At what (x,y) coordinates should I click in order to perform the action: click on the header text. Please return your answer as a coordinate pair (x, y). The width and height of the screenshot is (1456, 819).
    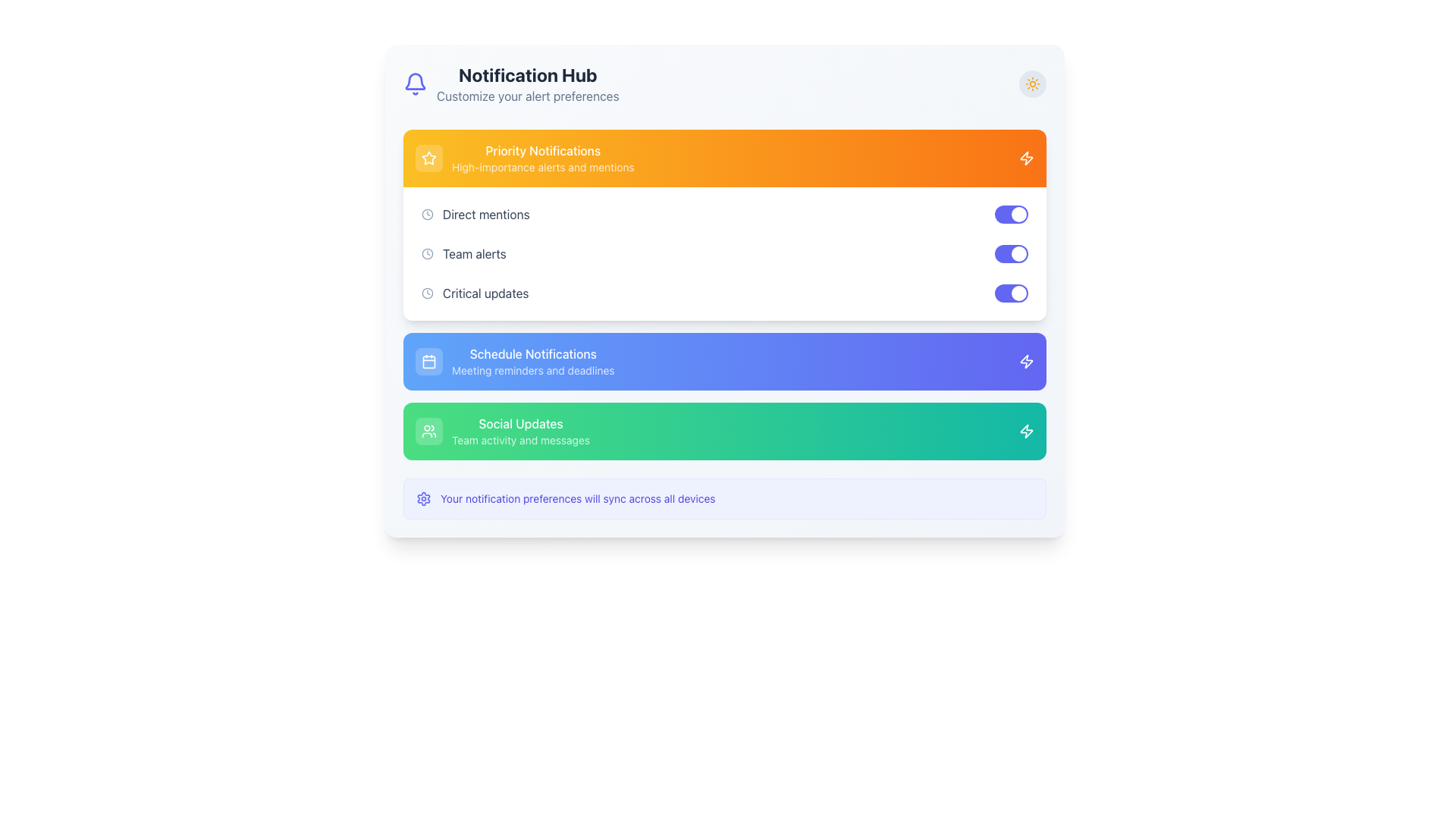
    Looking at the image, I should click on (511, 84).